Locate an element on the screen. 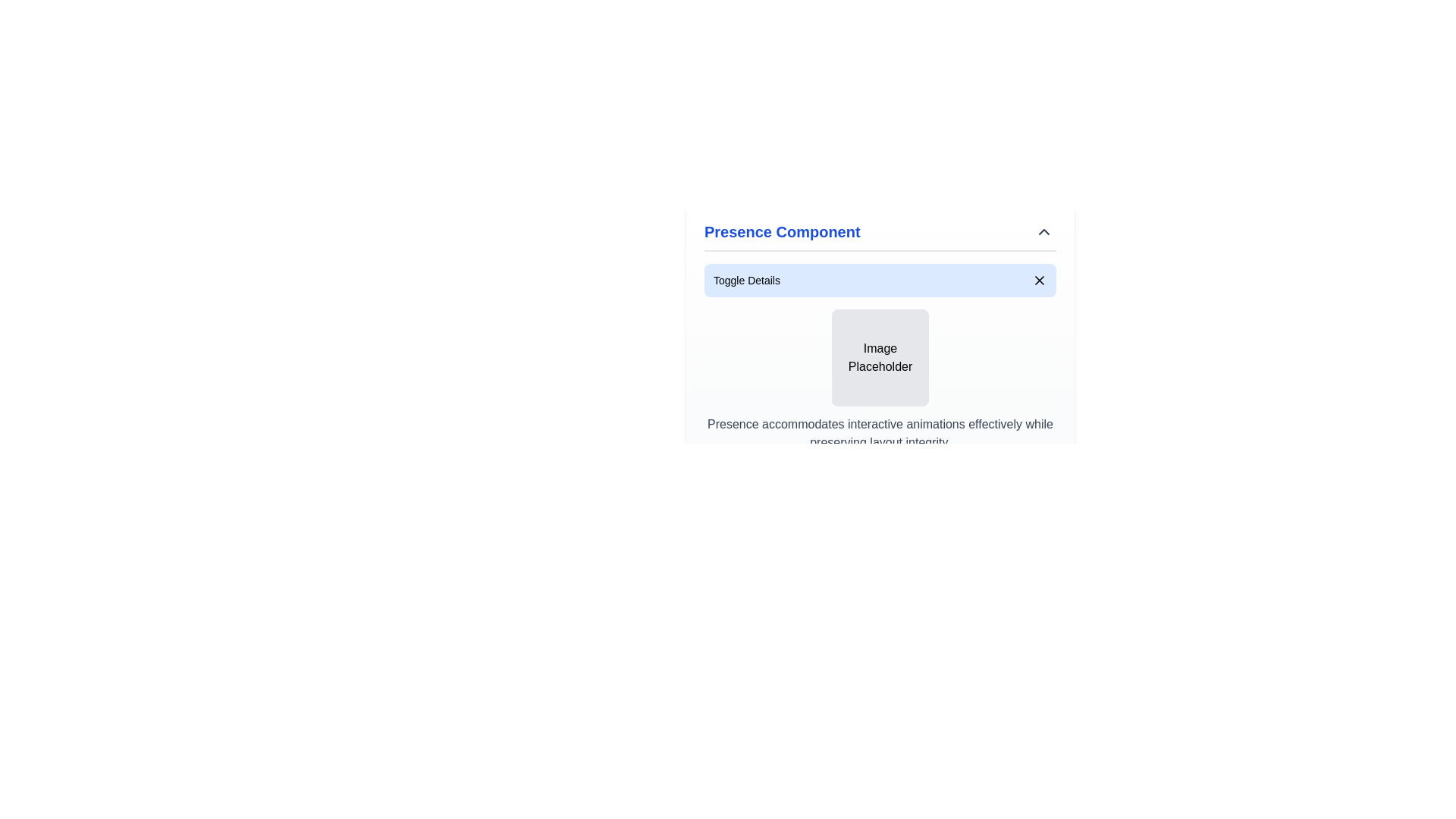 This screenshot has height=819, width=1456. the gray rectangular 'Image Placeholder' element with rounded corners, which is centrally positioned below the 'Toggle Details' bar and above the explanation text is located at coordinates (880, 357).